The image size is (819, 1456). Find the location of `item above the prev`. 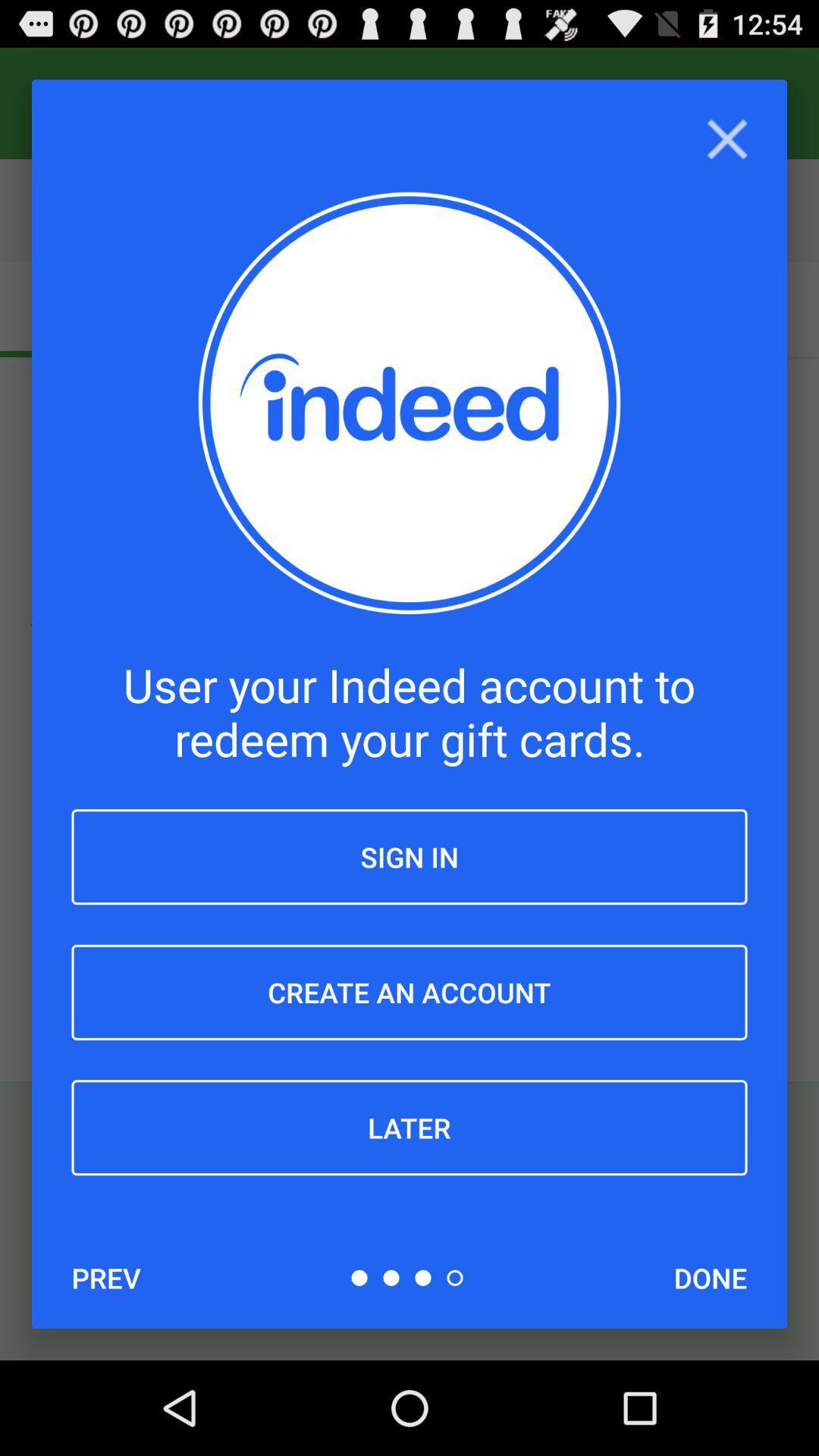

item above the prev is located at coordinates (409, 1128).